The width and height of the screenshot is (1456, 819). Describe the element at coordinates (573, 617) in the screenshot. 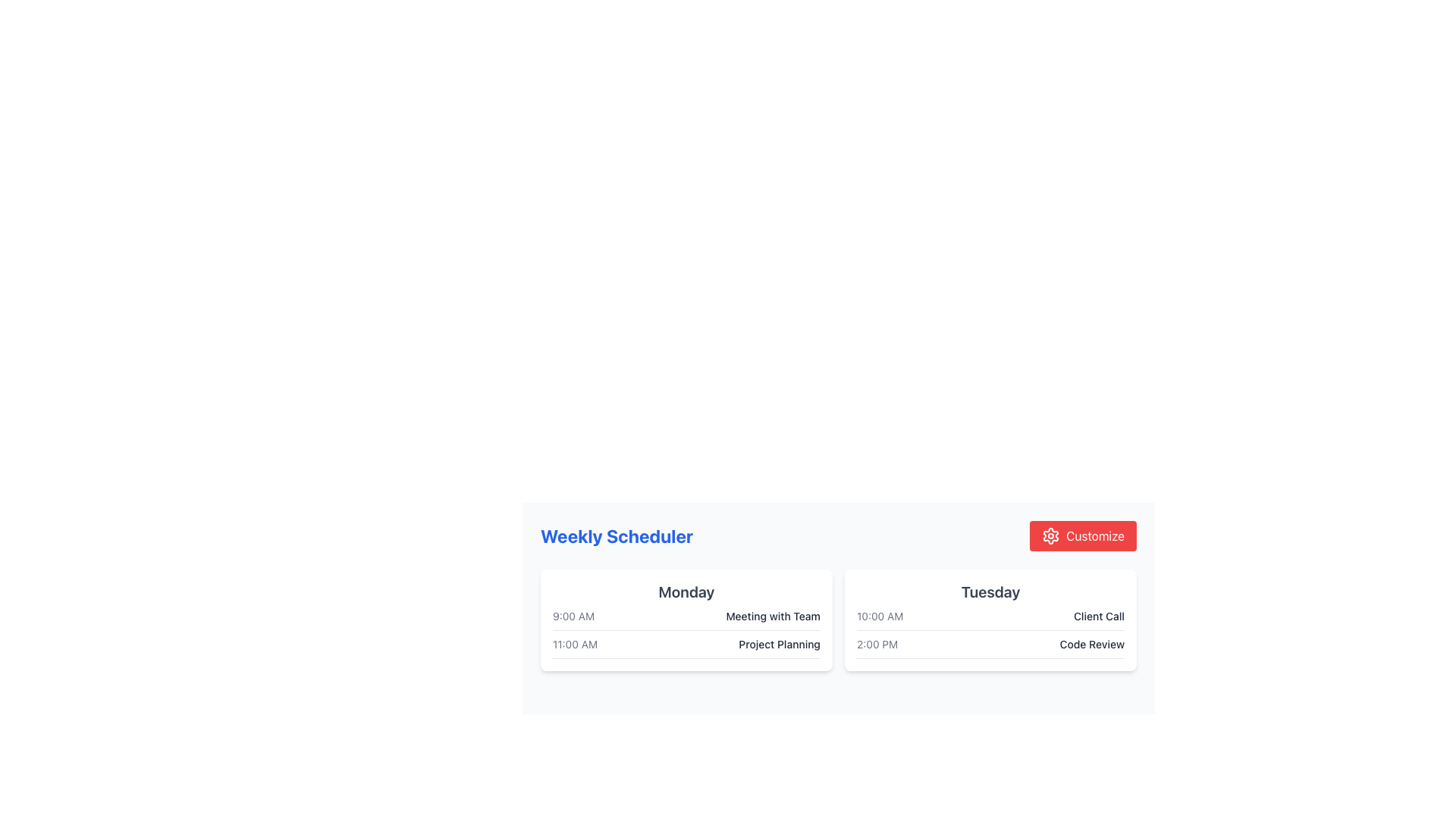

I see `text from the Text Label indicating the start time for a meeting or event located in the left card labeled 'Monday' in the Weekly Scheduler section, positioned at the top-left corner of the card before 'Meeting with Team'` at that location.